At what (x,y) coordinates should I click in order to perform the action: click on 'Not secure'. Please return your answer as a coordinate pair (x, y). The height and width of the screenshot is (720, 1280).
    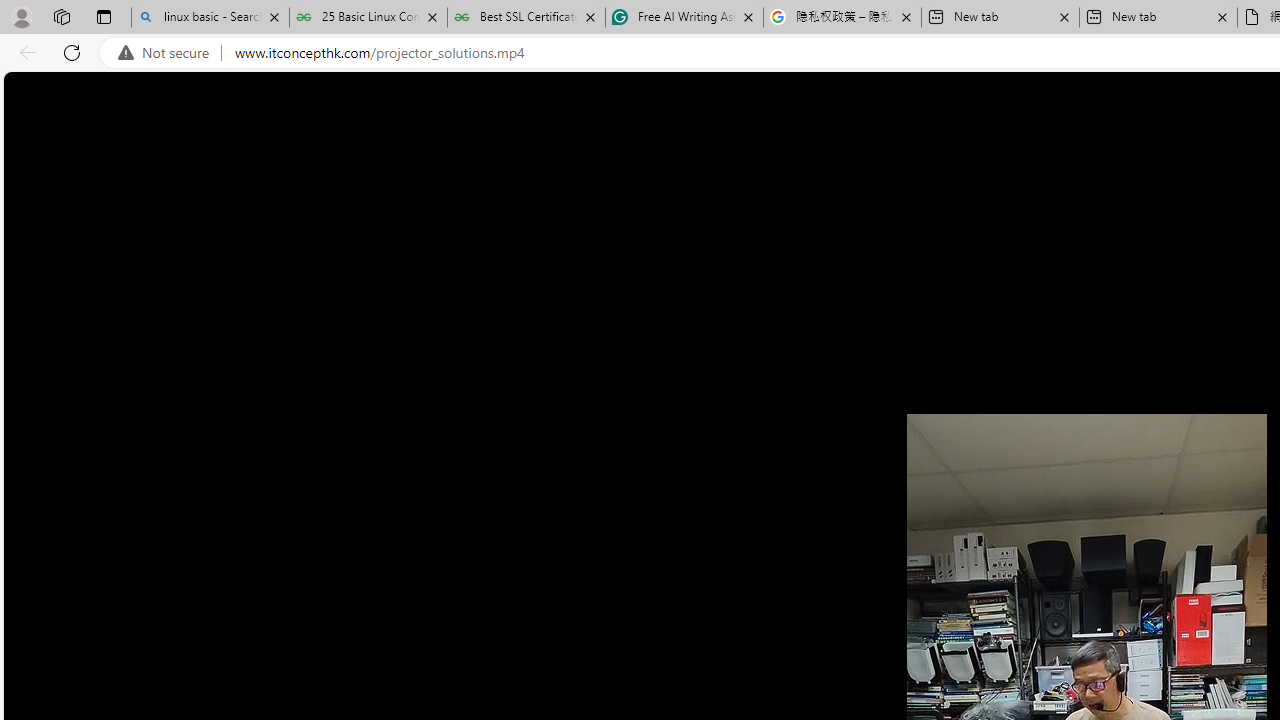
    Looking at the image, I should click on (168, 52).